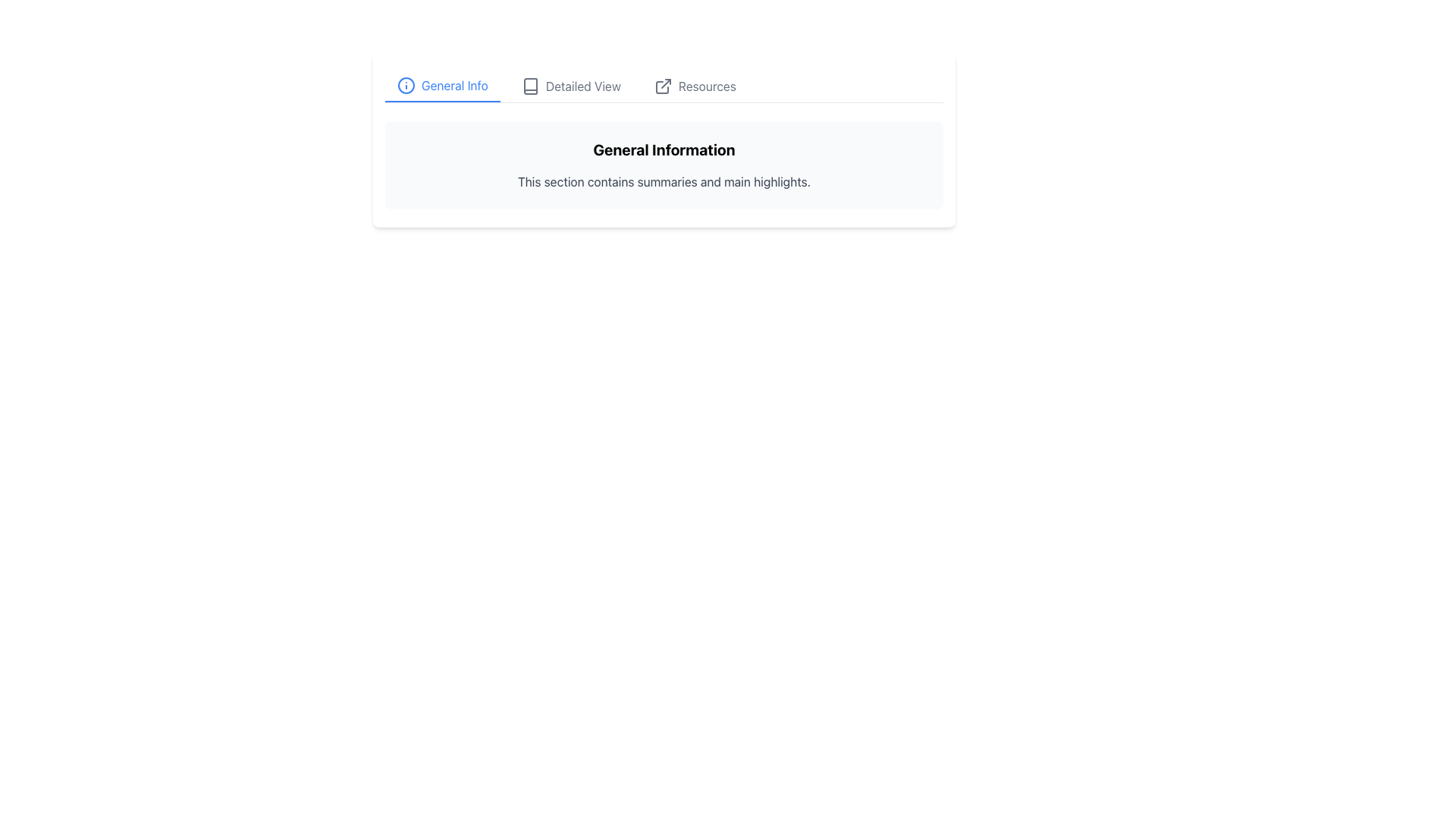  Describe the element at coordinates (441, 86) in the screenshot. I see `the first tab button in the navigation row` at that location.